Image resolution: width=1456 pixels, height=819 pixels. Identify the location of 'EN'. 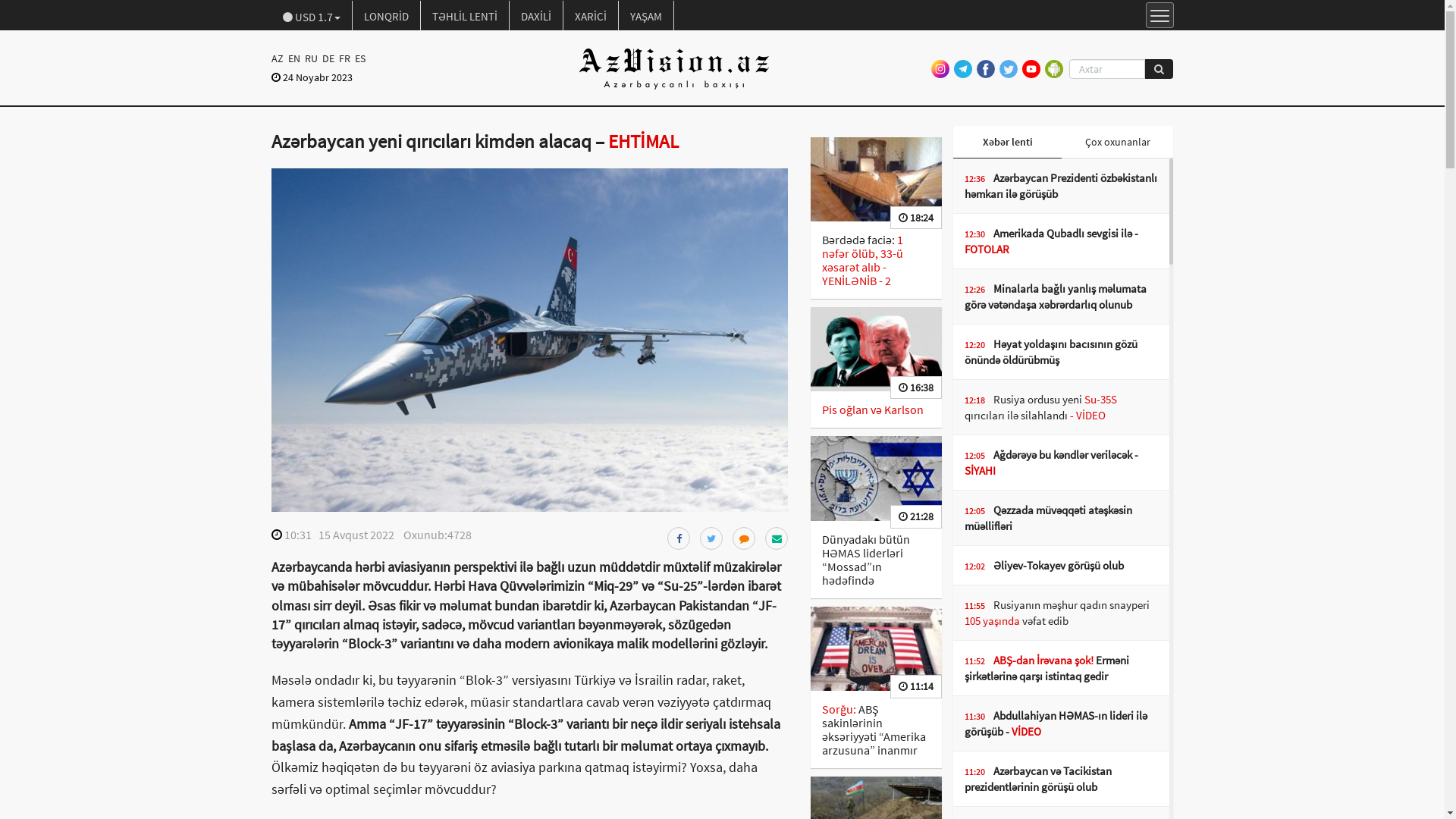
(293, 58).